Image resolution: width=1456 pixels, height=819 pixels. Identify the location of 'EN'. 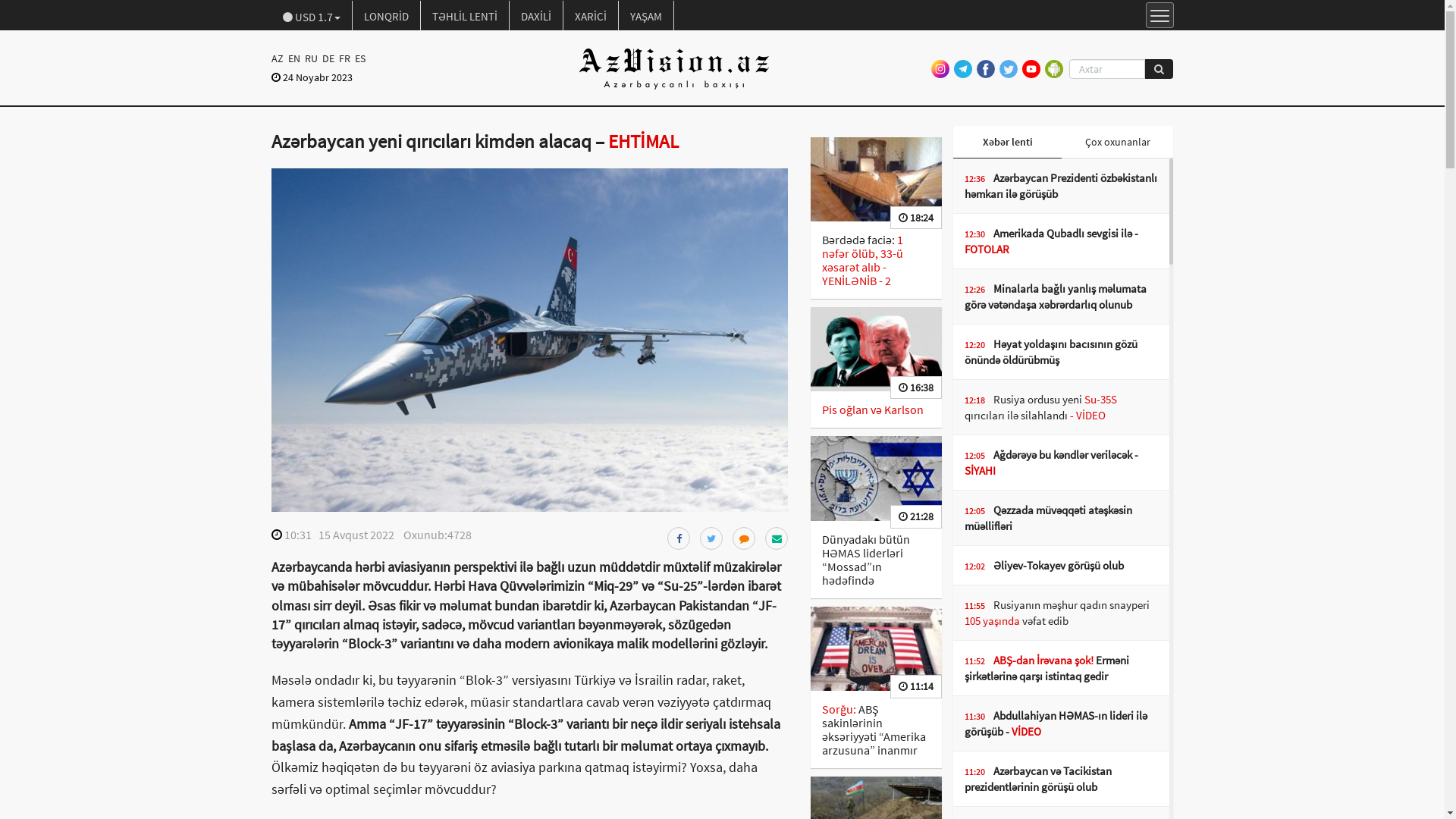
(293, 58).